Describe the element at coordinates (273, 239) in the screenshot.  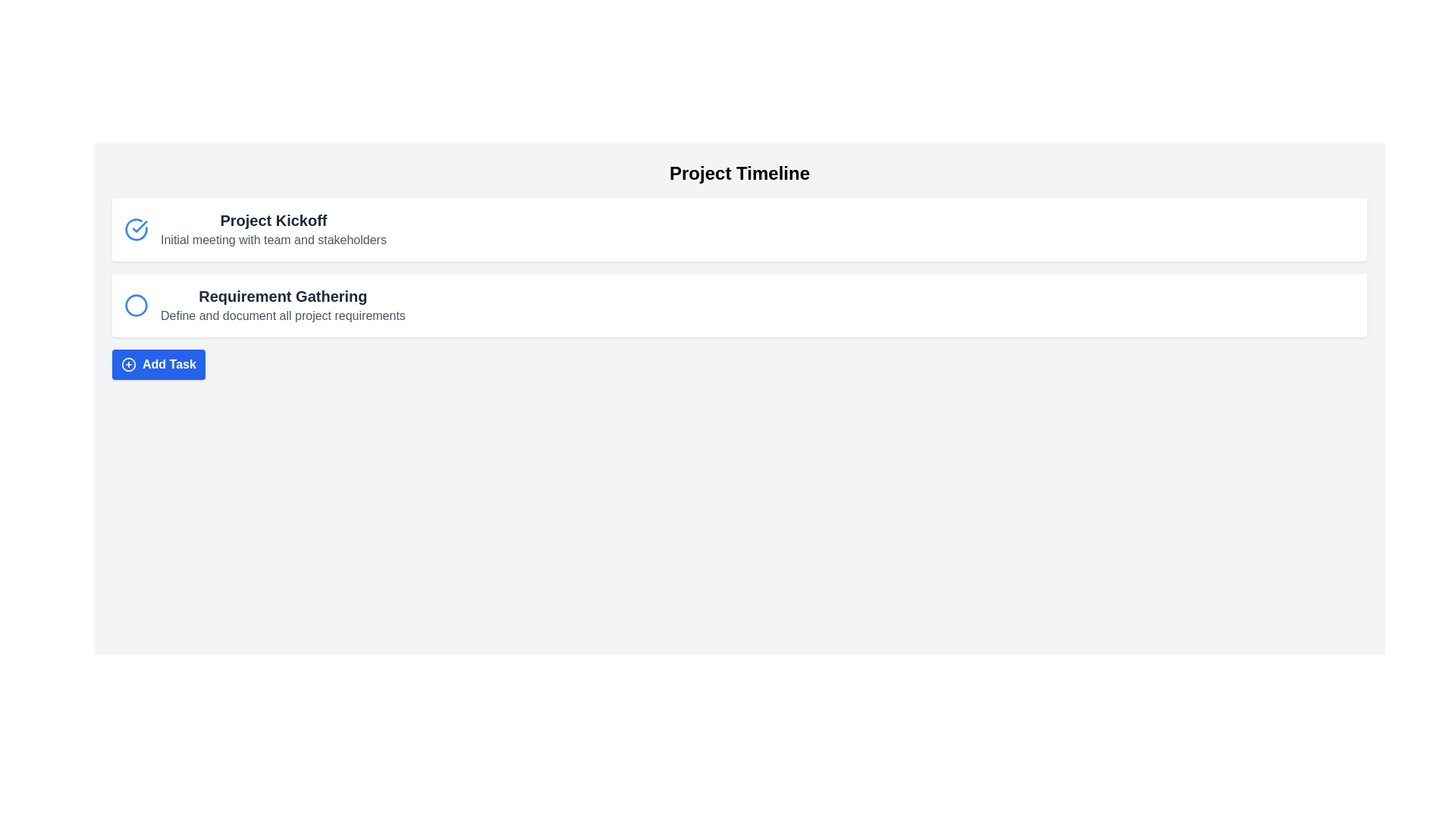
I see `the text label that displays 'Initial meeting with team and stakeholders', which is styled in gray and positioned below the bold title 'Project Kickoff'` at that location.